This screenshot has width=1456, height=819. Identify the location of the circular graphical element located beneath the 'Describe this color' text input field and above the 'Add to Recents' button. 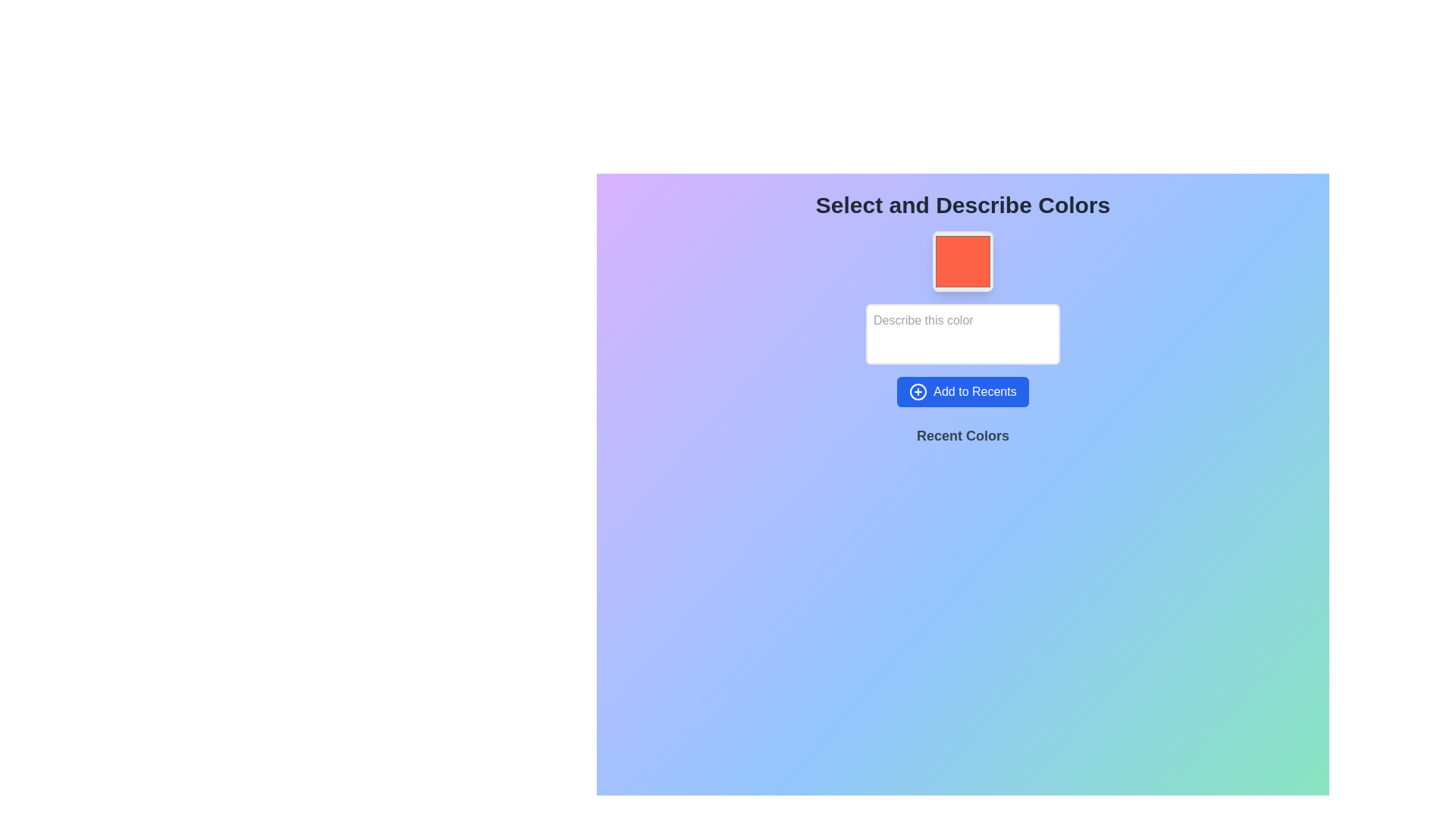
(918, 391).